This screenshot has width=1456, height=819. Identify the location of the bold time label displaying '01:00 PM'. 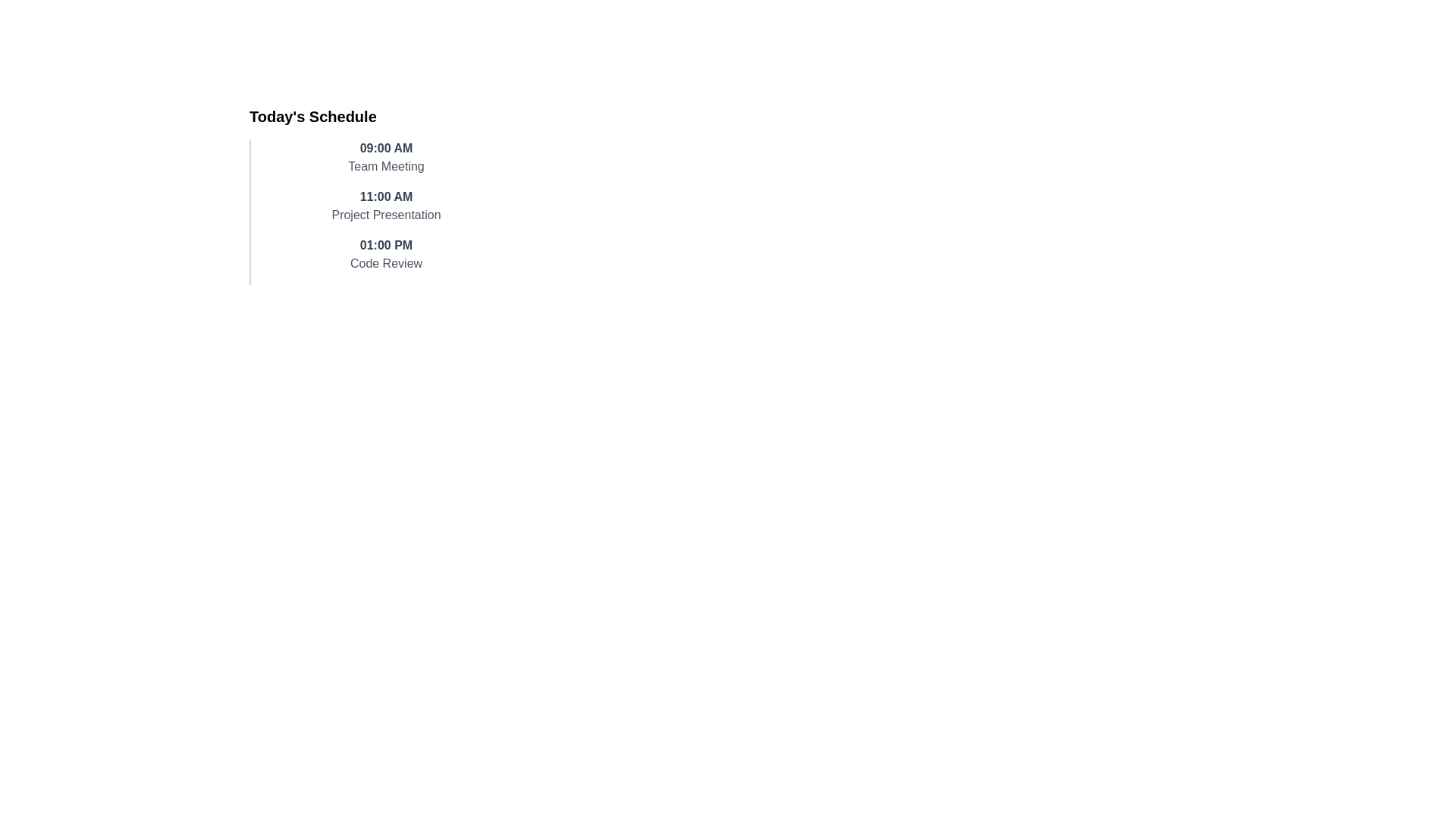
(386, 245).